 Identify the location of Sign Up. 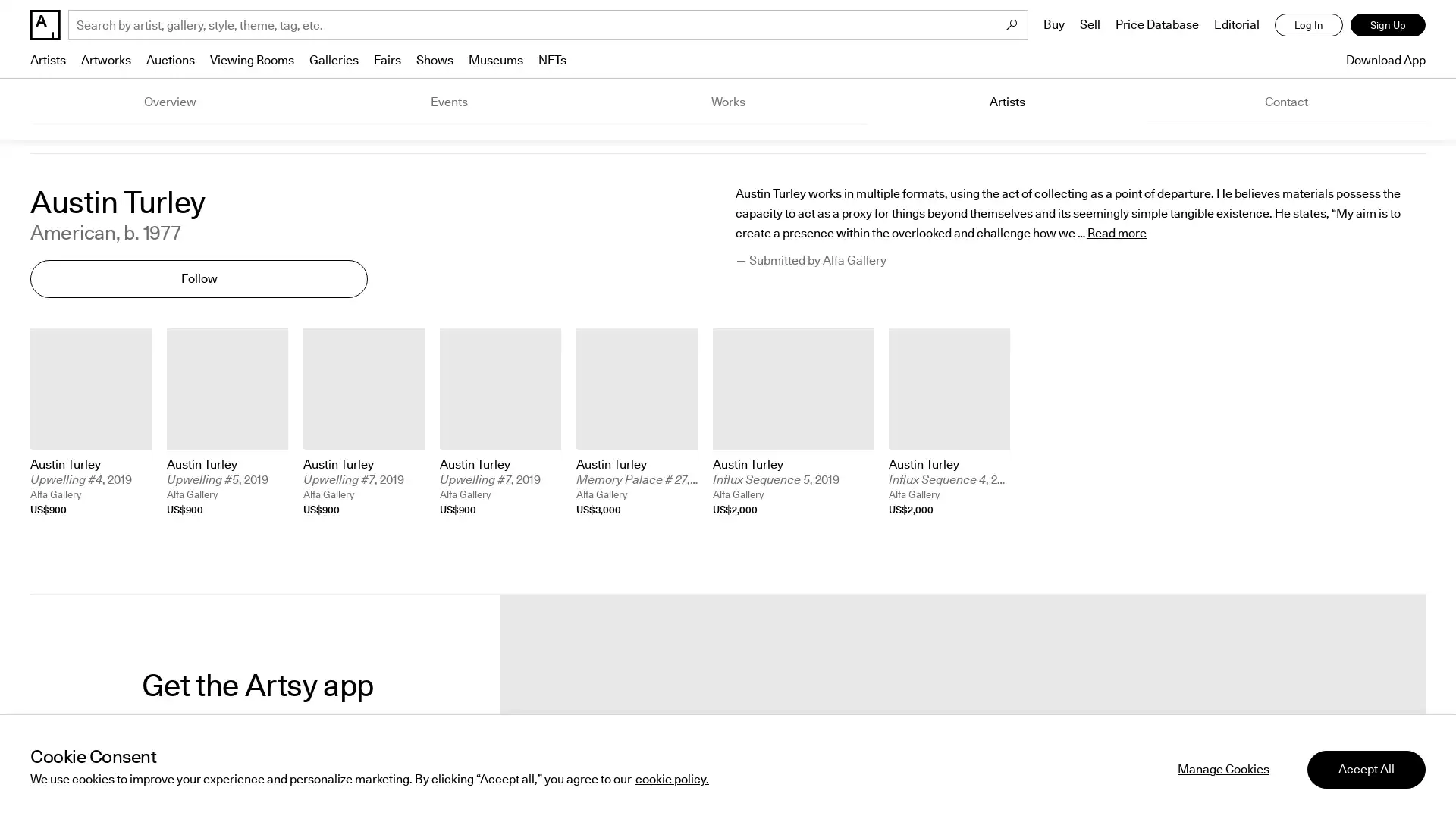
(1388, 25).